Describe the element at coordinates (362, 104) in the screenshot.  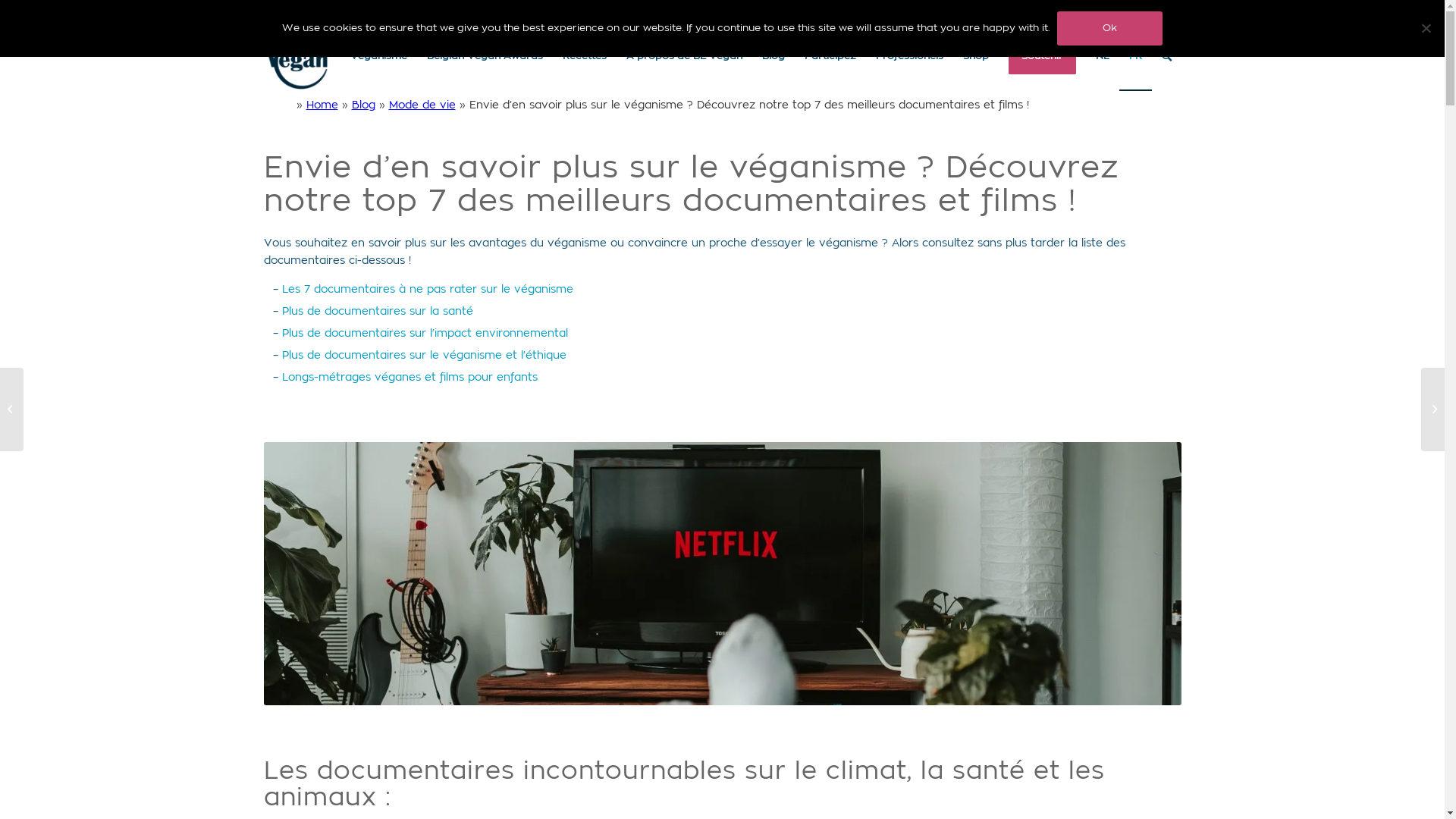
I see `'Blog'` at that location.